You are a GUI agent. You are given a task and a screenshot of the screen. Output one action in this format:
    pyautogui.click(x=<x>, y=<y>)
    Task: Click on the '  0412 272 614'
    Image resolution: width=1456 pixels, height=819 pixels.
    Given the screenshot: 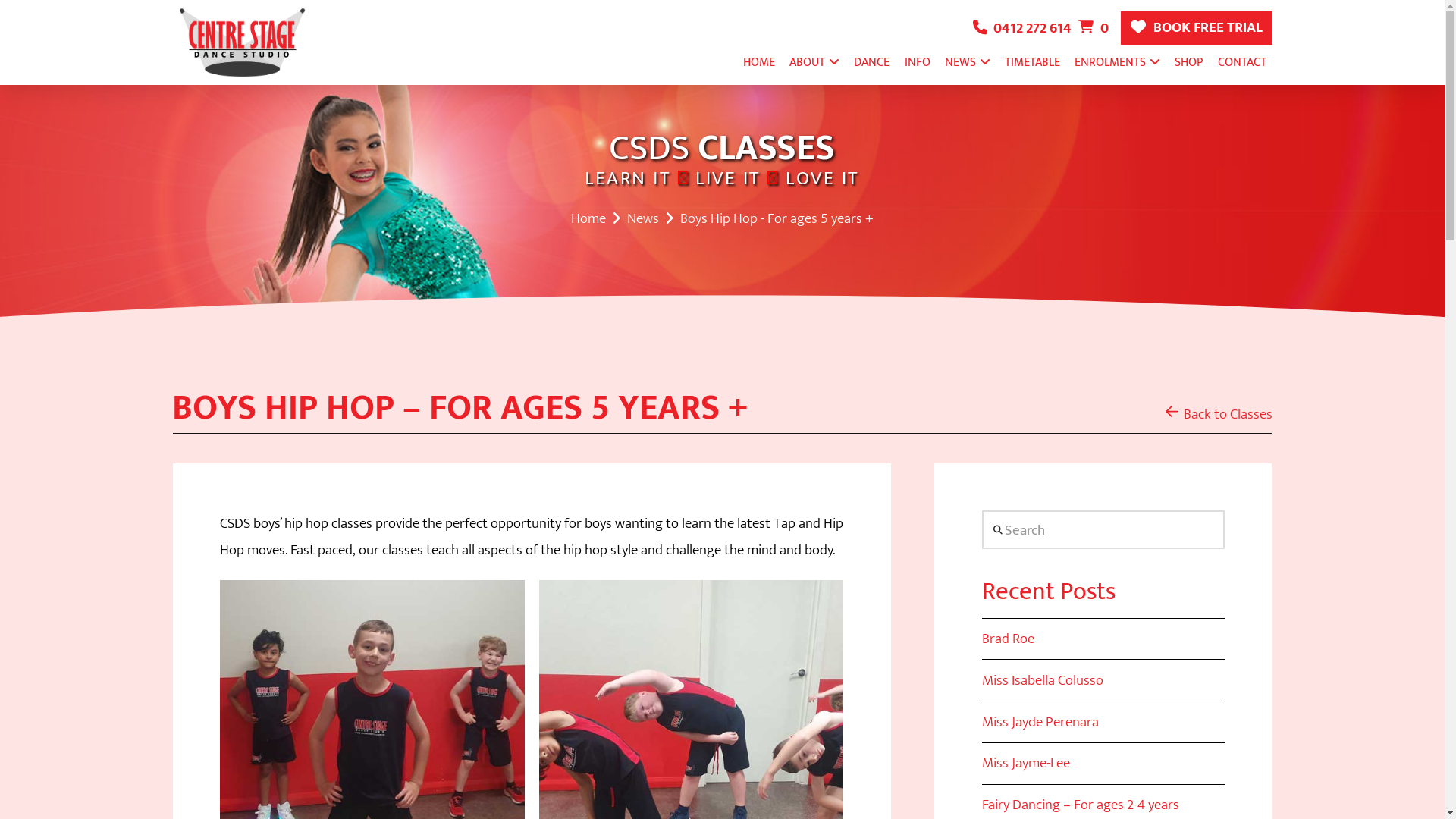 What is the action you would take?
    pyautogui.click(x=972, y=28)
    